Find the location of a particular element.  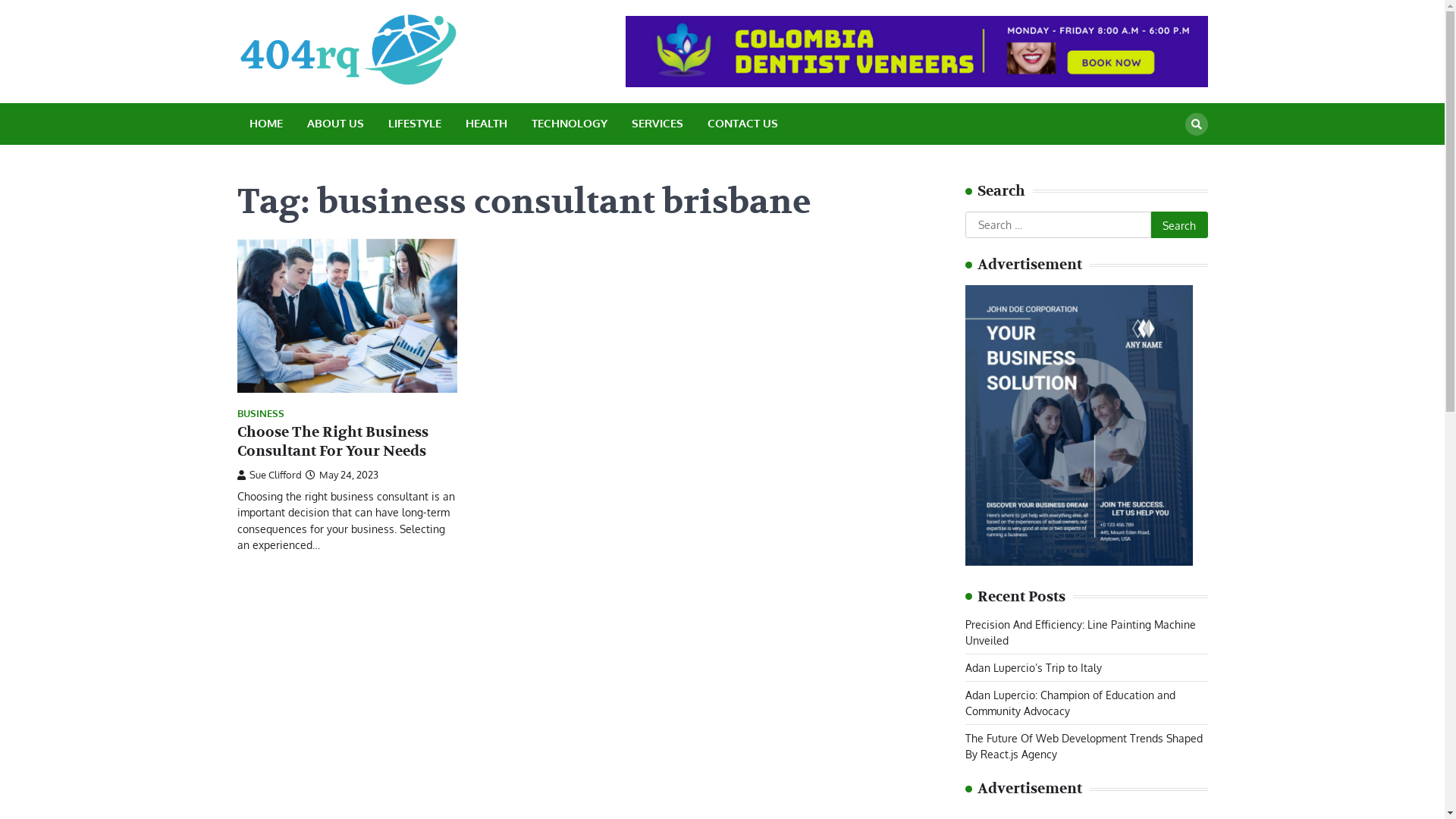

'TECHNOLOGY' is located at coordinates (524, 123).